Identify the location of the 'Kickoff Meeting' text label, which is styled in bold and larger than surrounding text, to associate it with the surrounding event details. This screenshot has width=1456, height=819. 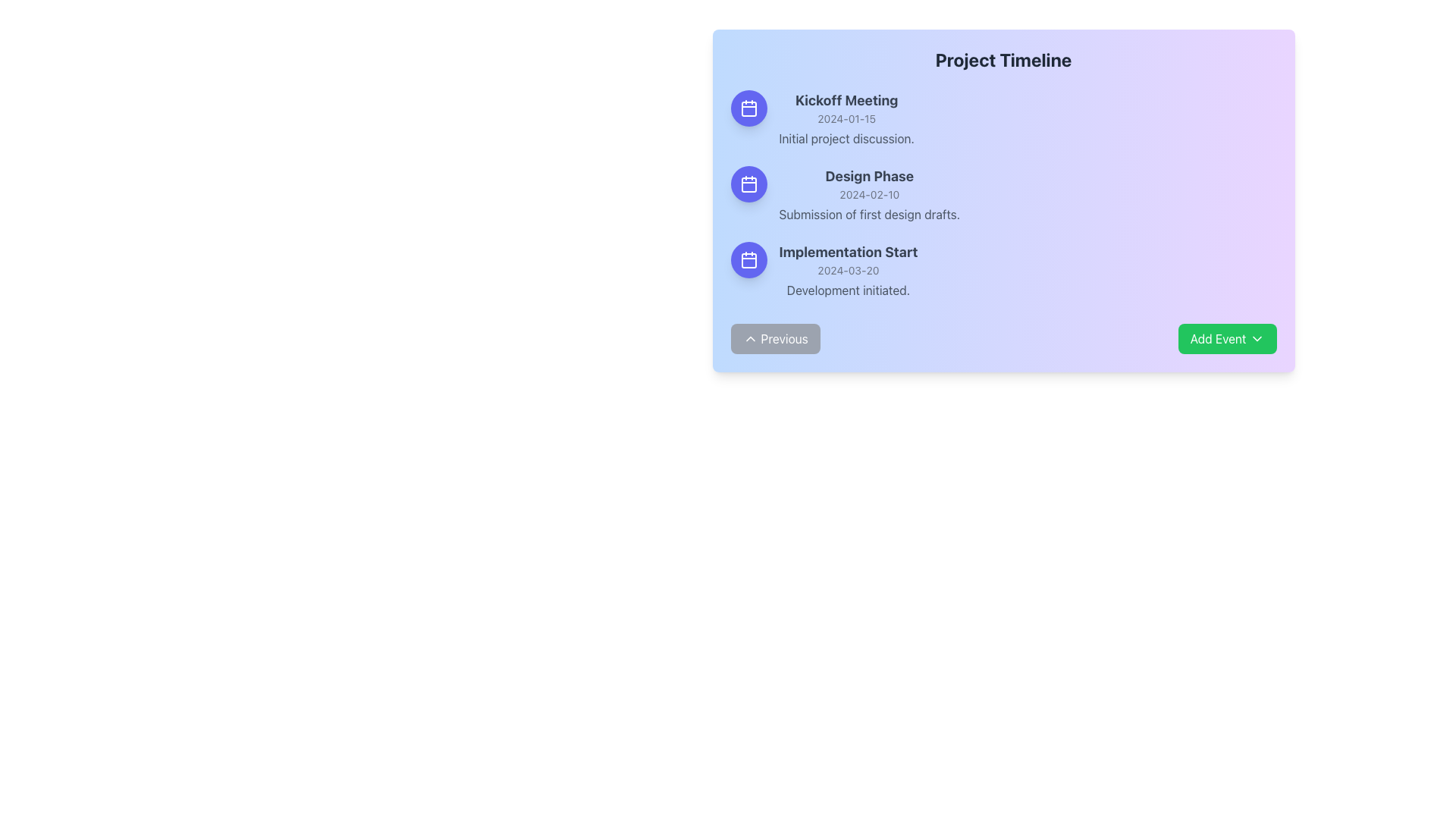
(846, 100).